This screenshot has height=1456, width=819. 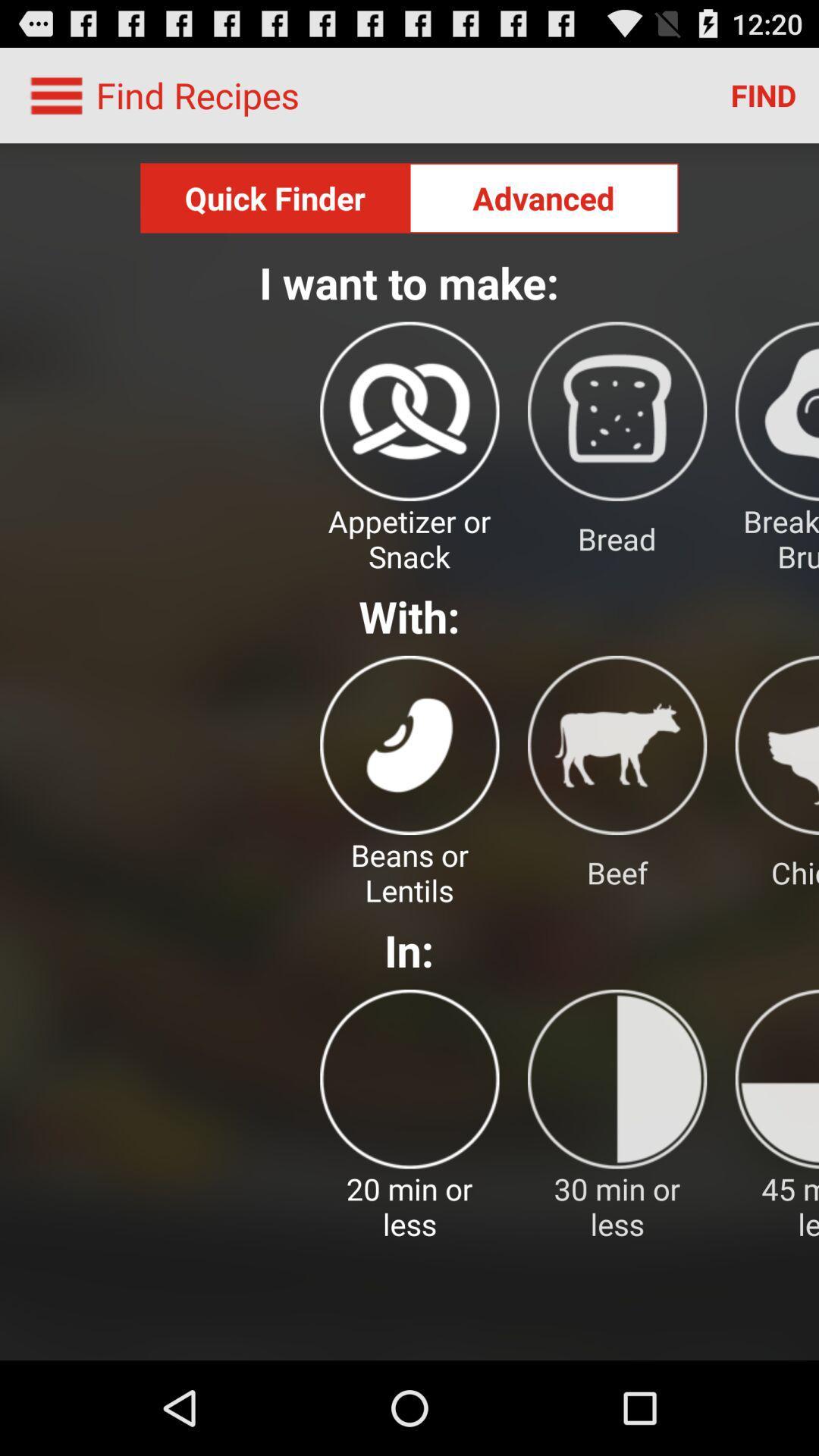 What do you see at coordinates (543, 197) in the screenshot?
I see `advanced` at bounding box center [543, 197].